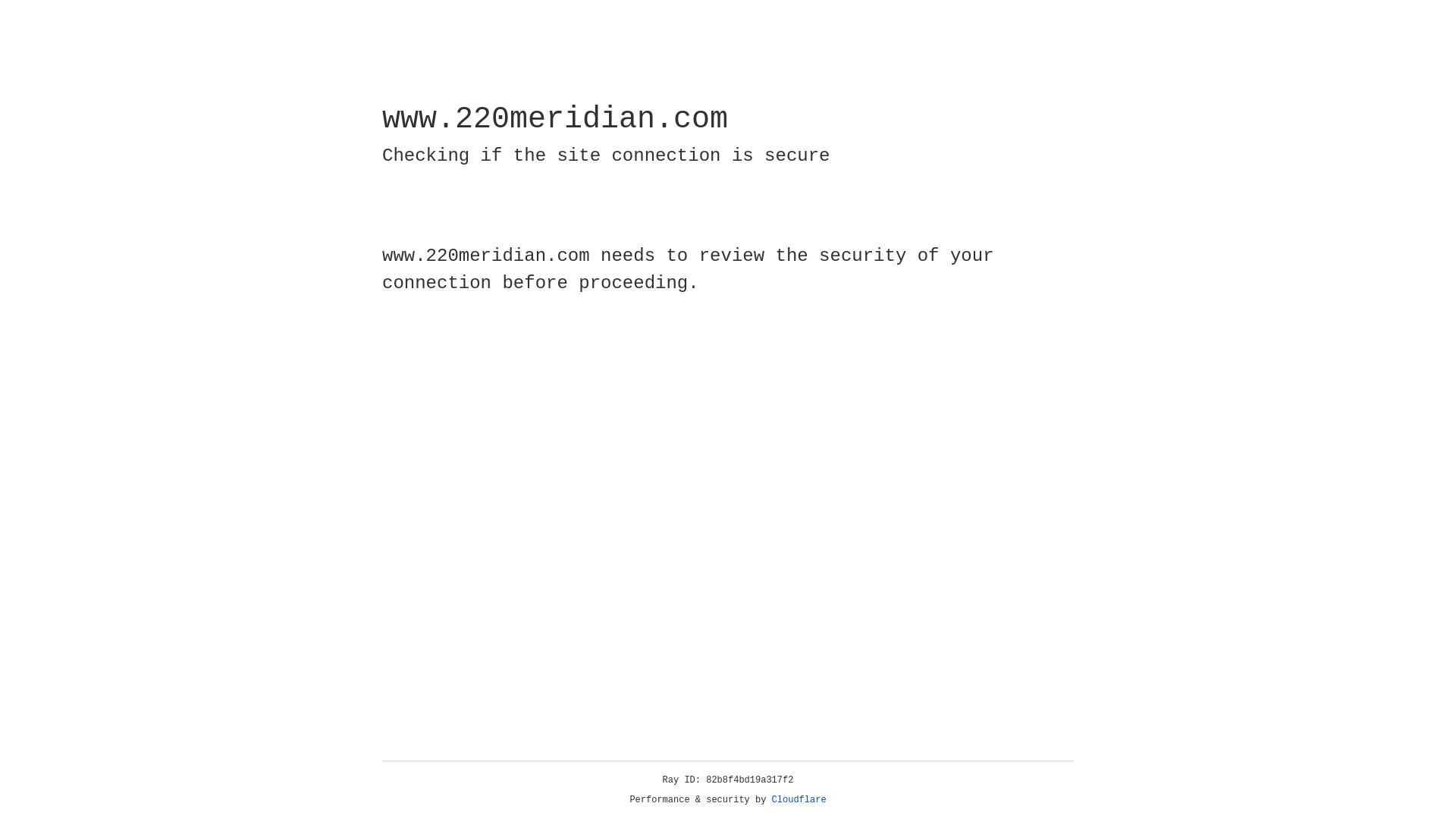 This screenshot has width=1456, height=819. I want to click on 'Cloudflare', so click(799, 799).